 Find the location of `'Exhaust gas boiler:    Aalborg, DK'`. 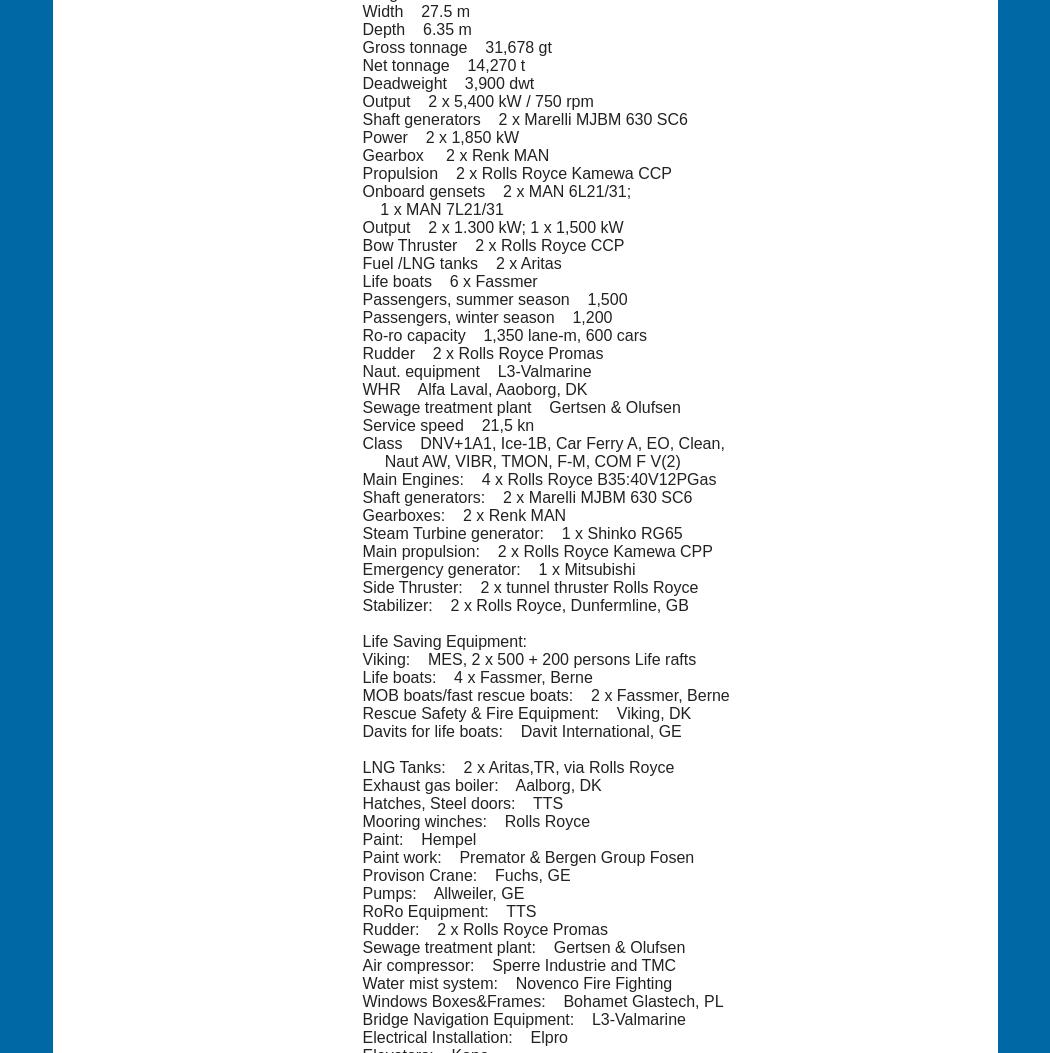

'Exhaust gas boiler:    Aalborg, DK' is located at coordinates (481, 784).